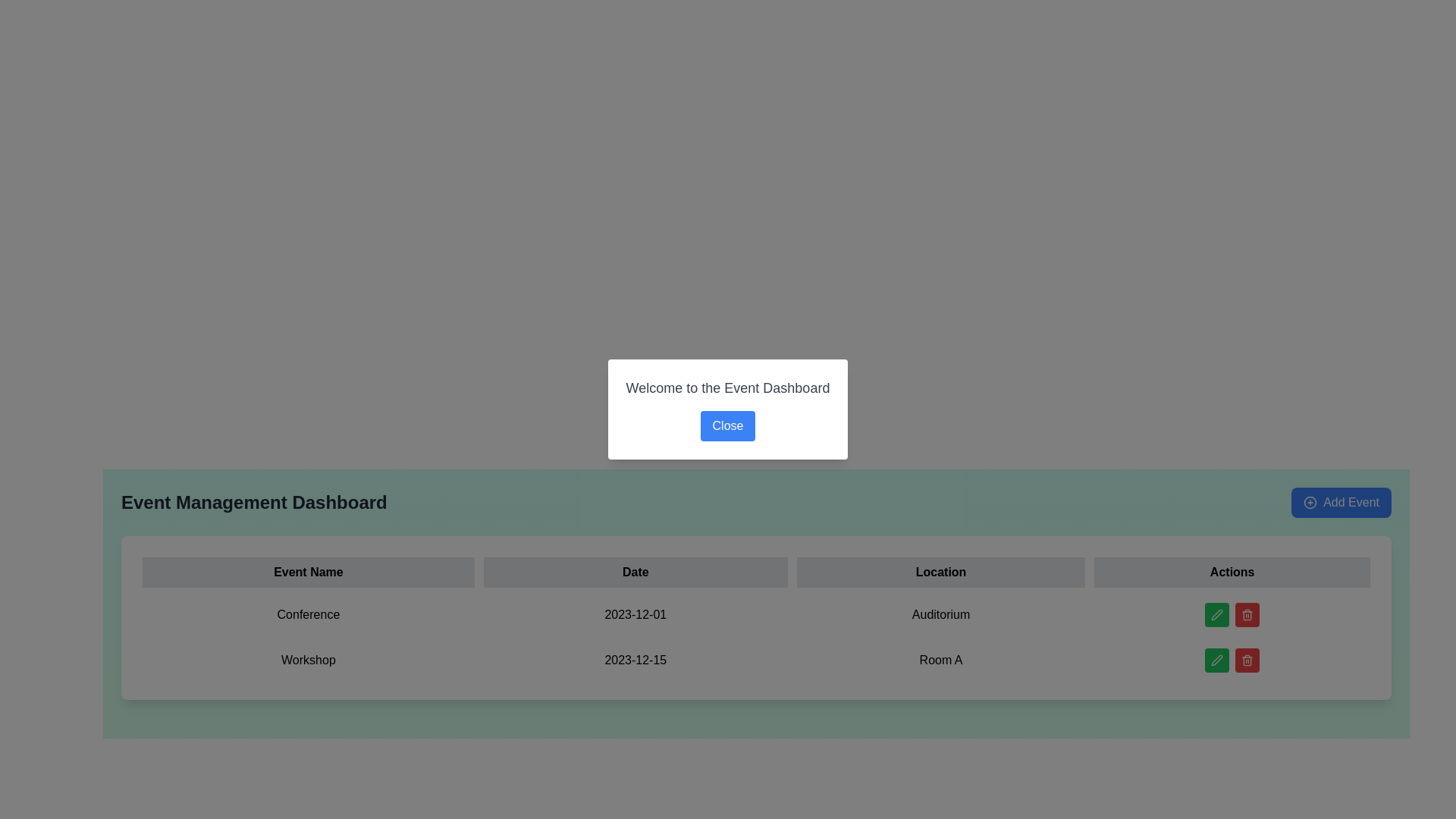 This screenshot has height=819, width=1456. What do you see at coordinates (1247, 660) in the screenshot?
I see `the delete button located in the 'Actions' column of the second row of the event entry table` at bounding box center [1247, 660].